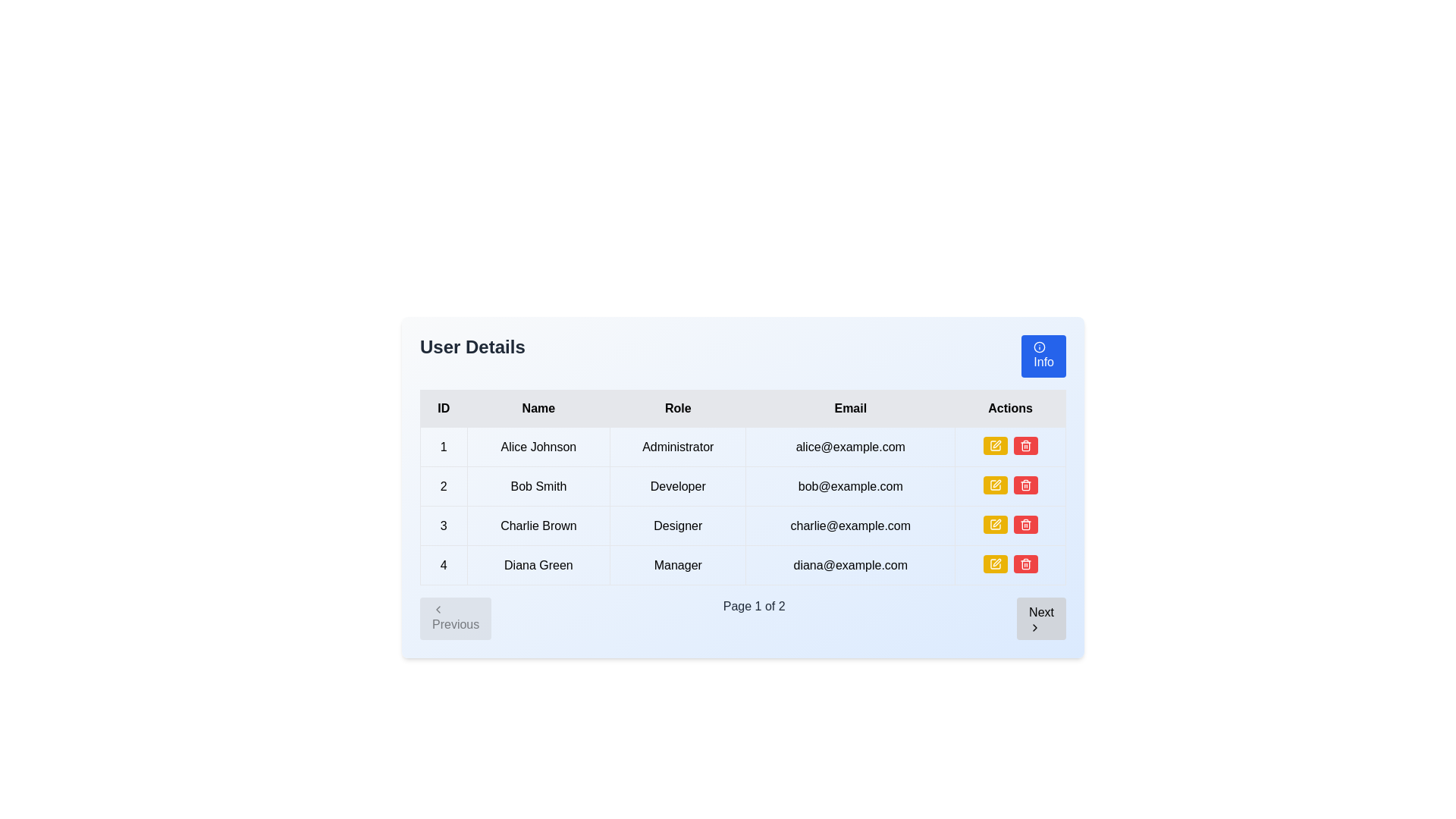  What do you see at coordinates (995, 444) in the screenshot?
I see `the 'Edit' button located in the 'Actions' column of the first row in the 'User Details' table to initiate an edit action` at bounding box center [995, 444].